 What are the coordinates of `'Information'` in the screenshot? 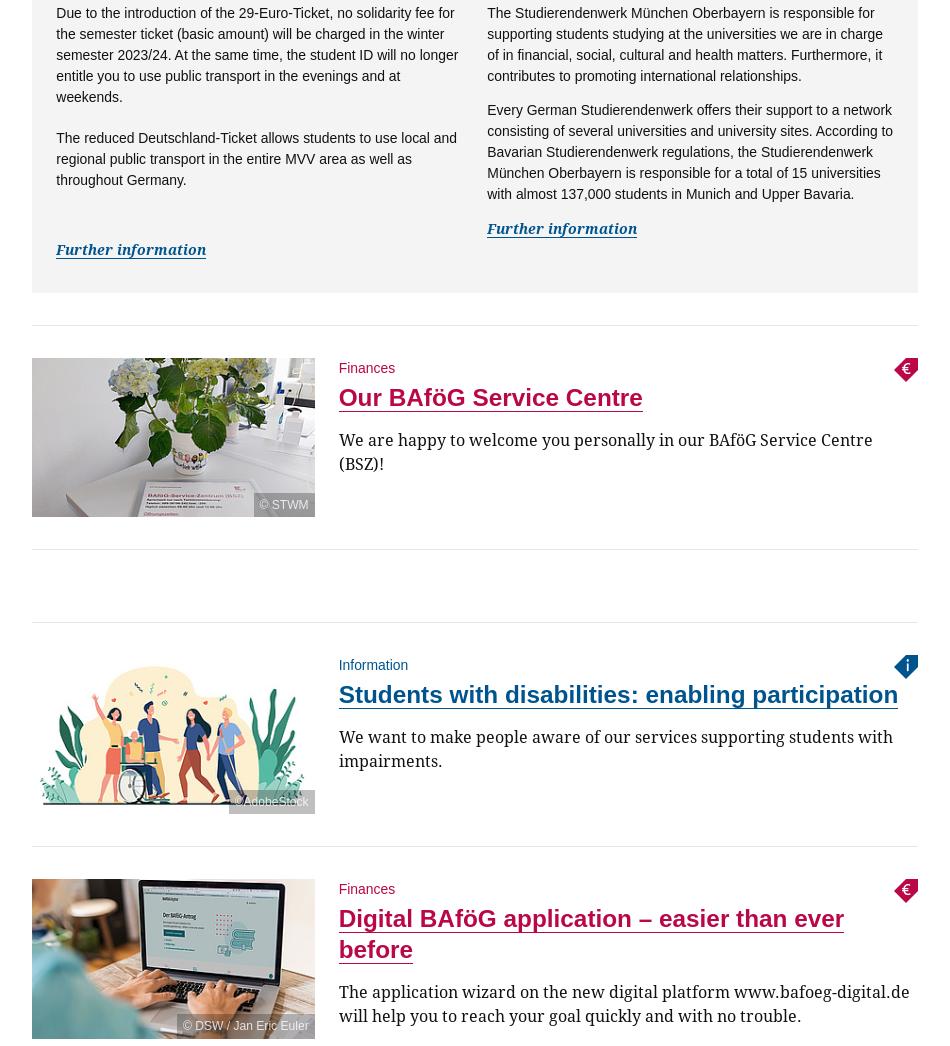 It's located at (371, 664).